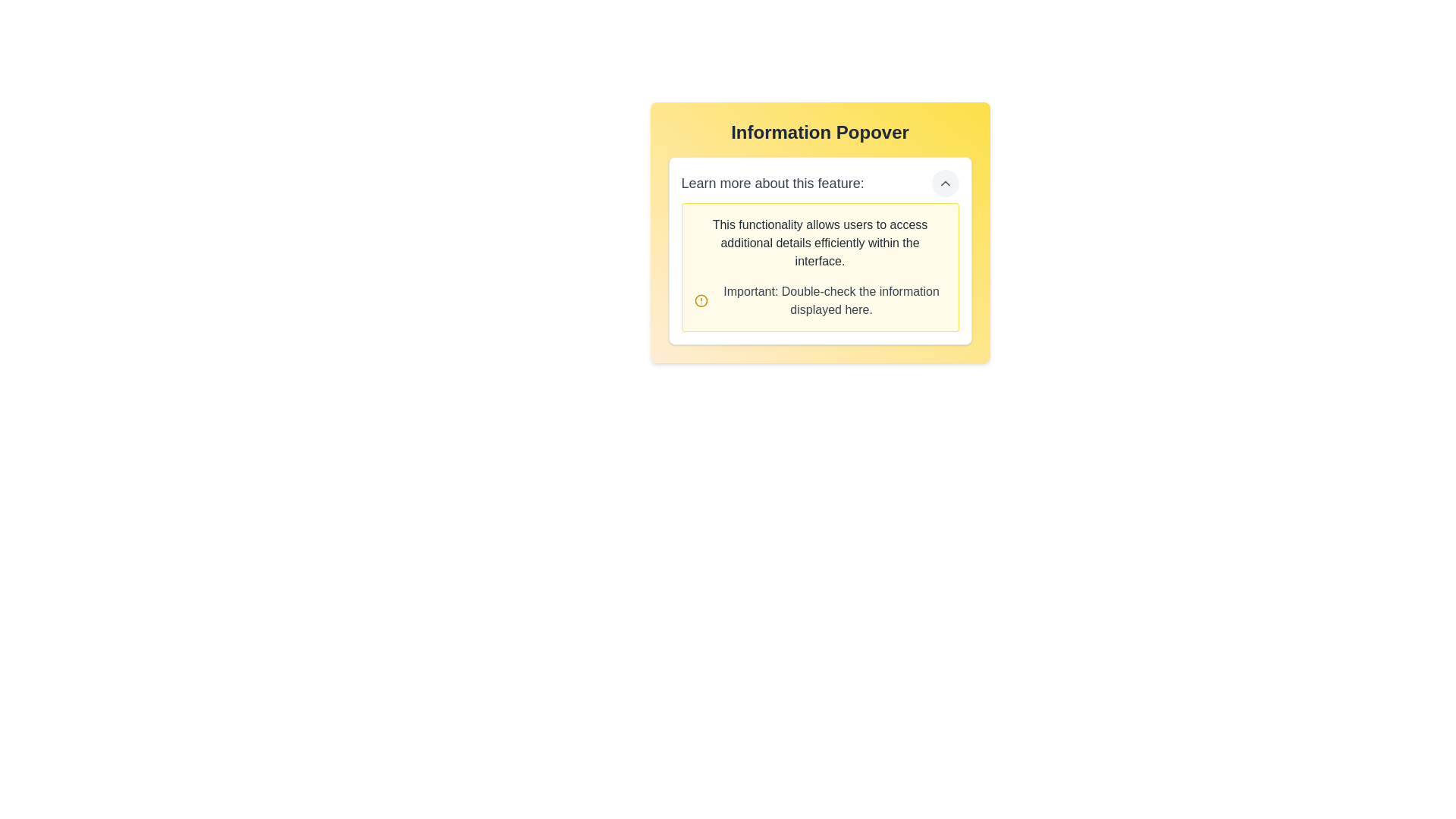  What do you see at coordinates (830, 301) in the screenshot?
I see `text content of the element displaying 'Important: Double-check the information displayed here.' within the yellow notice box titled 'Information Popover'` at bounding box center [830, 301].